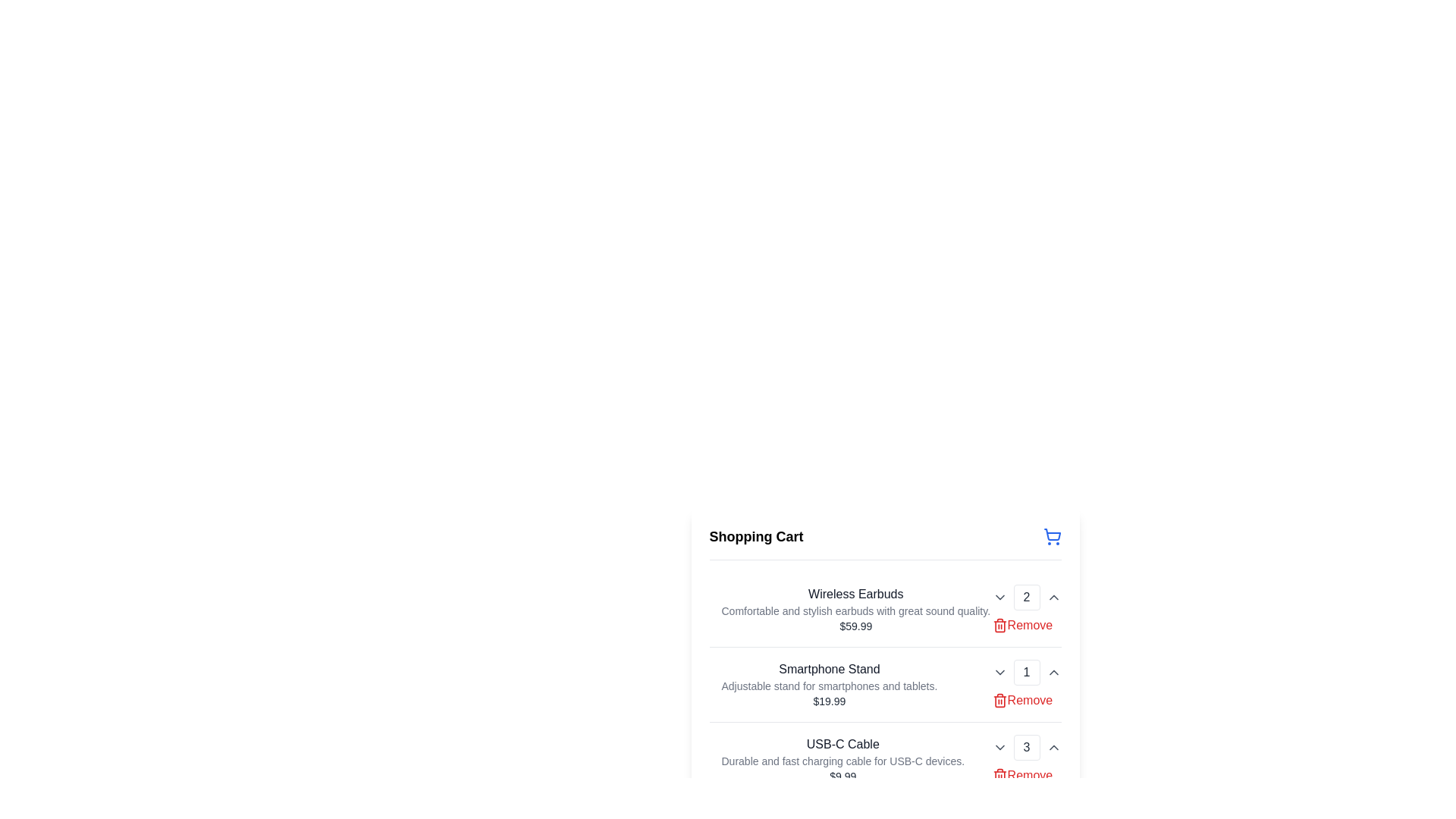 The image size is (1456, 819). What do you see at coordinates (1051, 536) in the screenshot?
I see `the shopping cart icon located at the top-right corner of the header section titled 'Shopping Cart' to engage with adjacent elements` at bounding box center [1051, 536].